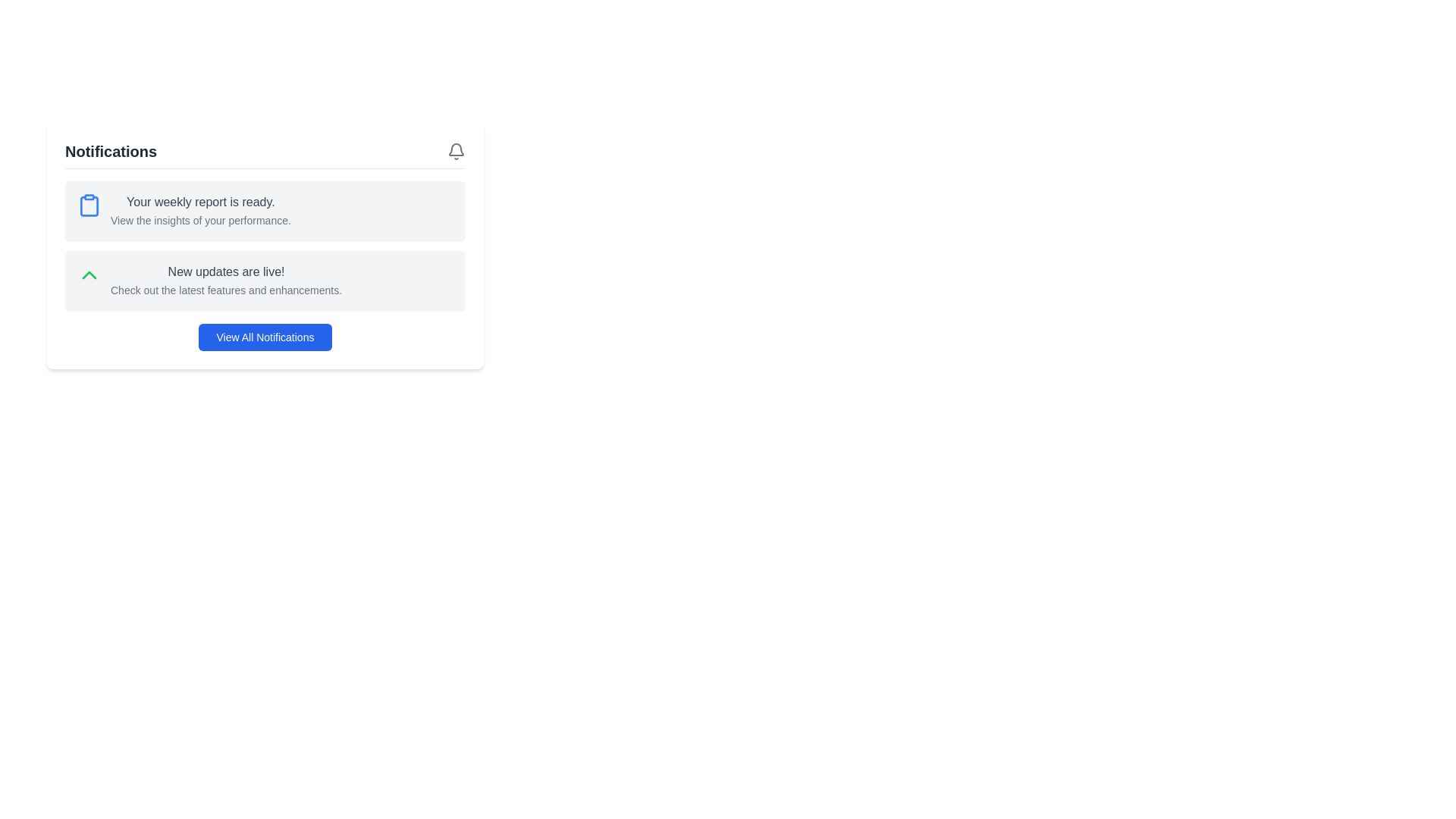 The image size is (1456, 819). I want to click on the text element that displays 'View the insights of your performance.' located beneath the title 'Your weekly report is ready.' in the notification card, so click(199, 220).